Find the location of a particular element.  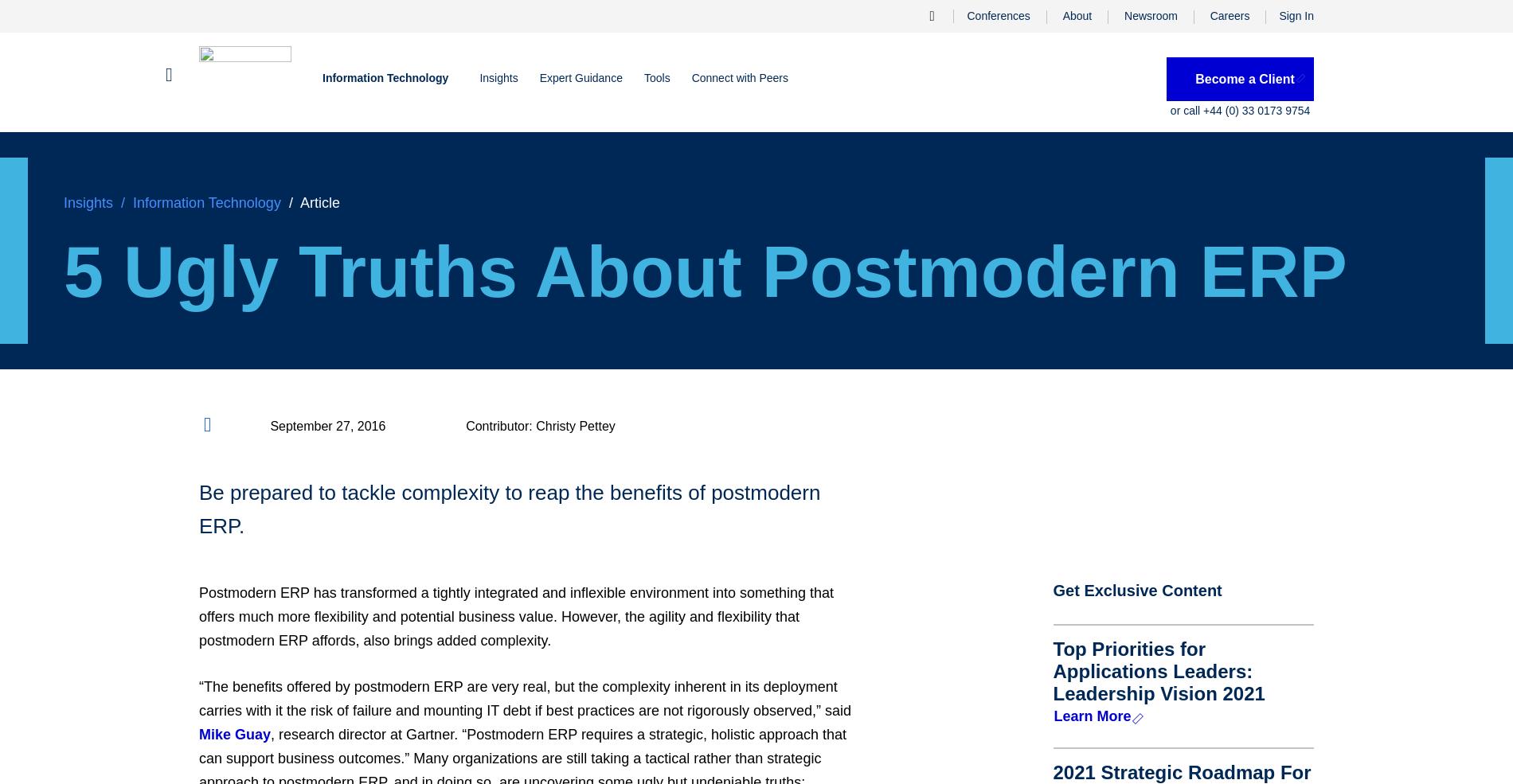

'September 27, 2016' is located at coordinates (326, 426).